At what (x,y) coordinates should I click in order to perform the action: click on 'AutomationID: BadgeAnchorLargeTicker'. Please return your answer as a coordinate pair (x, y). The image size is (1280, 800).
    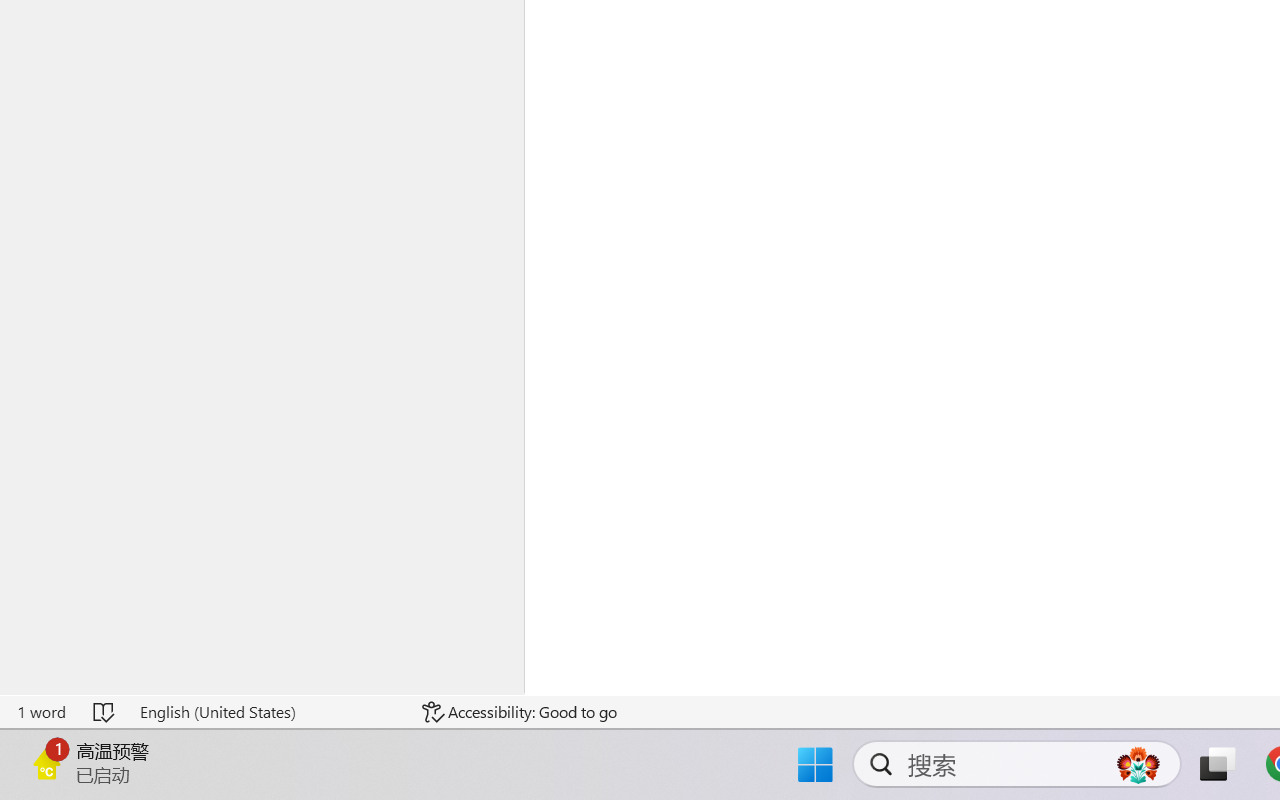
    Looking at the image, I should click on (46, 762).